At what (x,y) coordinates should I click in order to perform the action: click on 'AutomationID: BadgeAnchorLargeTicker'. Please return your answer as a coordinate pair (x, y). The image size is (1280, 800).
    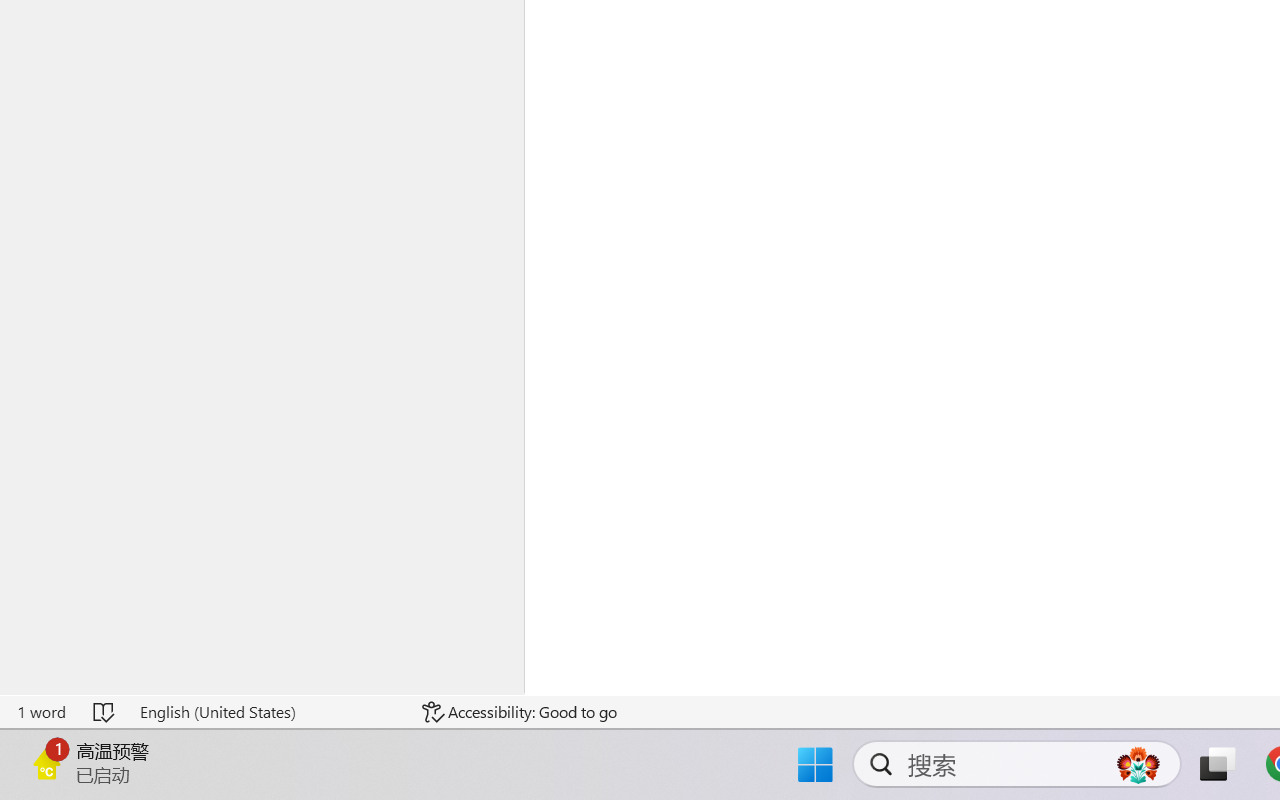
    Looking at the image, I should click on (46, 762).